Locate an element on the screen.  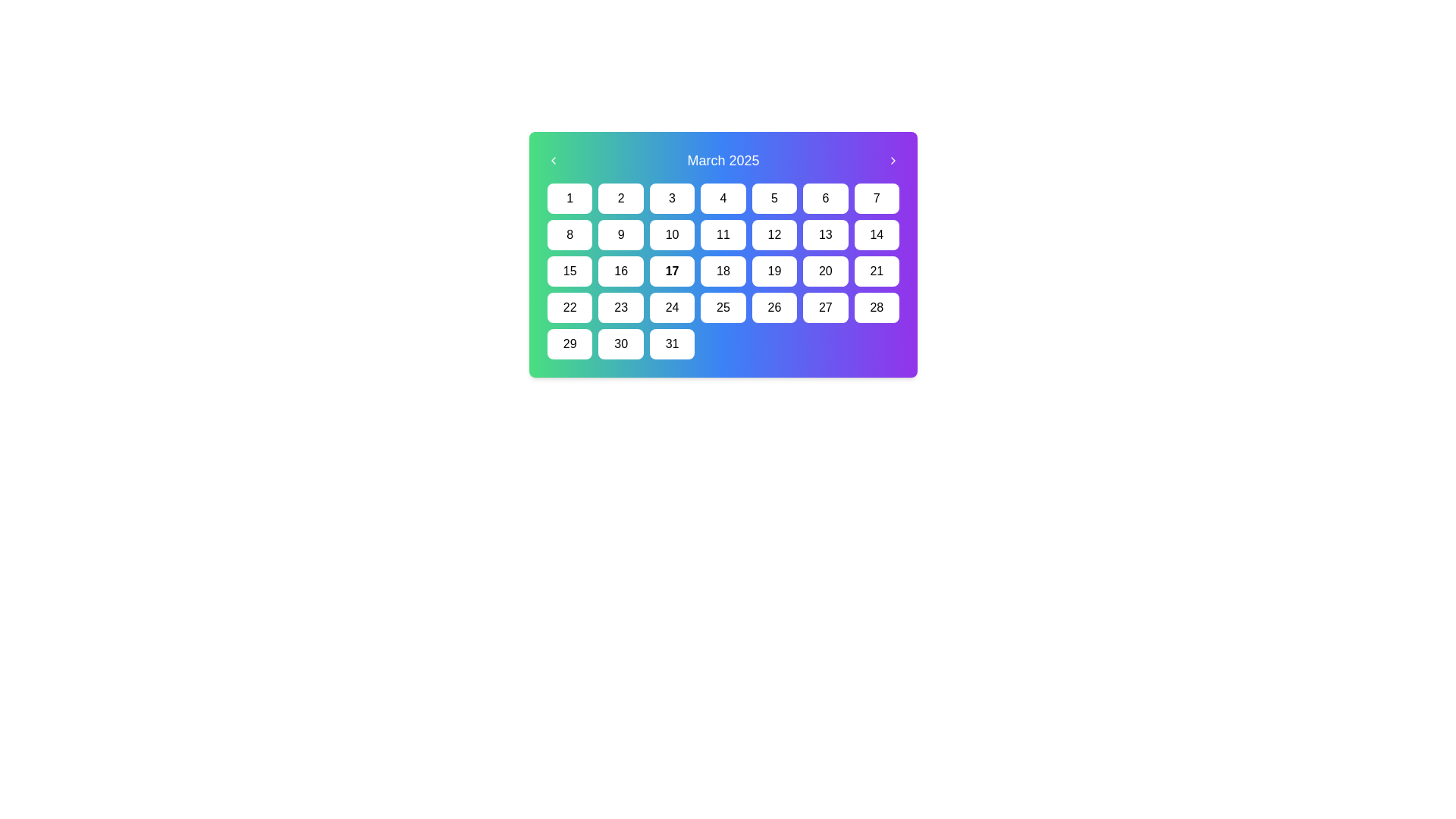
the calendar grid is located at coordinates (723, 271).